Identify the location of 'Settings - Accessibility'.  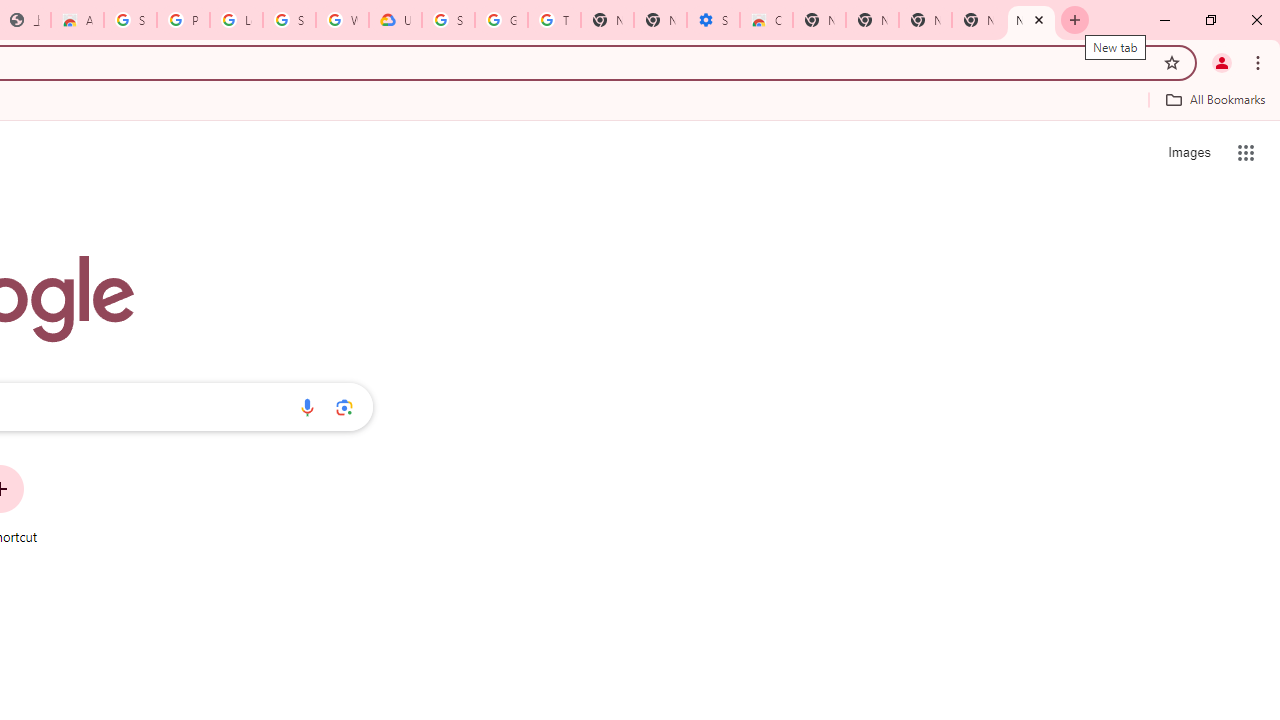
(713, 20).